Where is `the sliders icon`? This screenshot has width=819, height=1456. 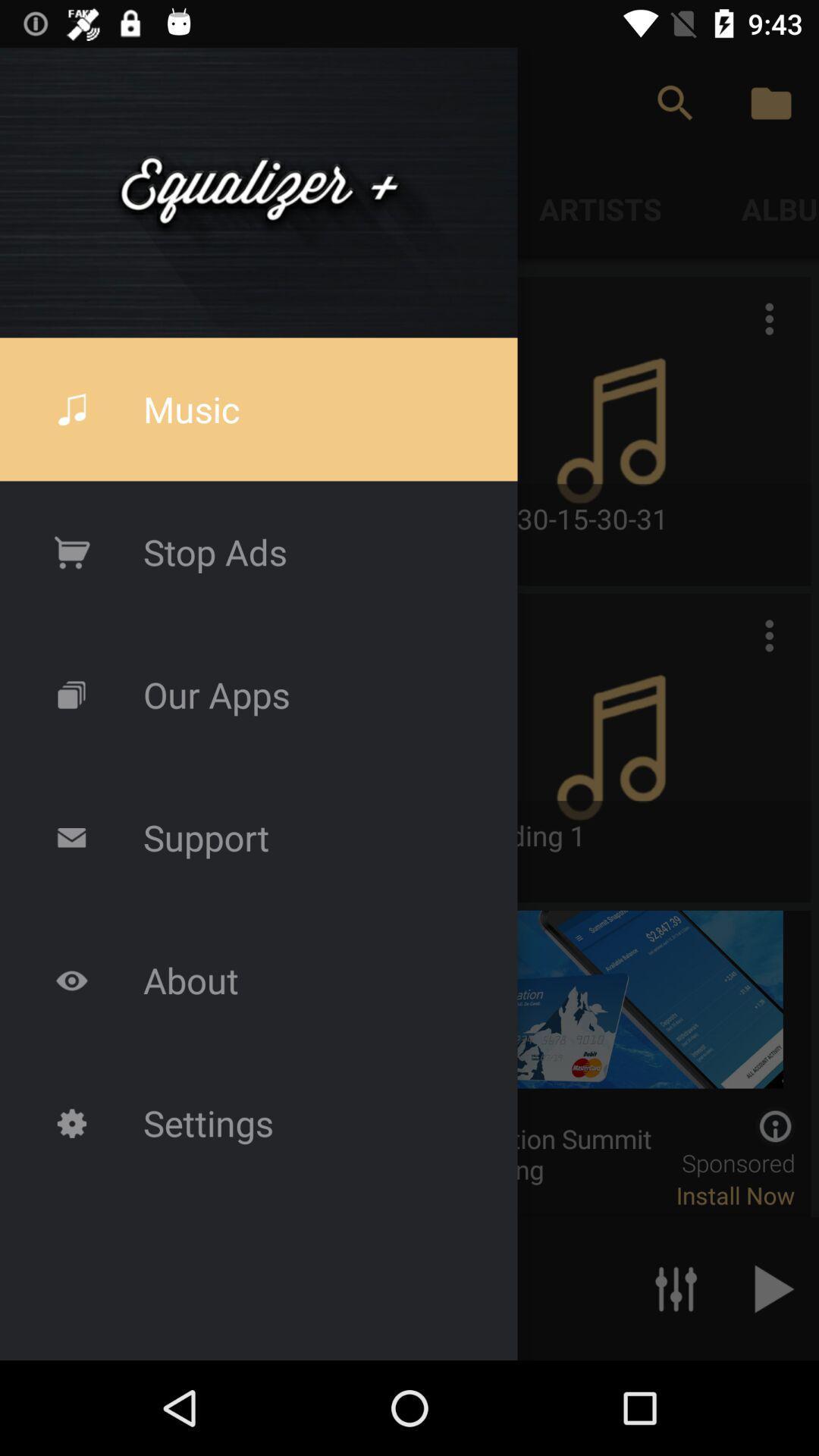
the sliders icon is located at coordinates (675, 1288).